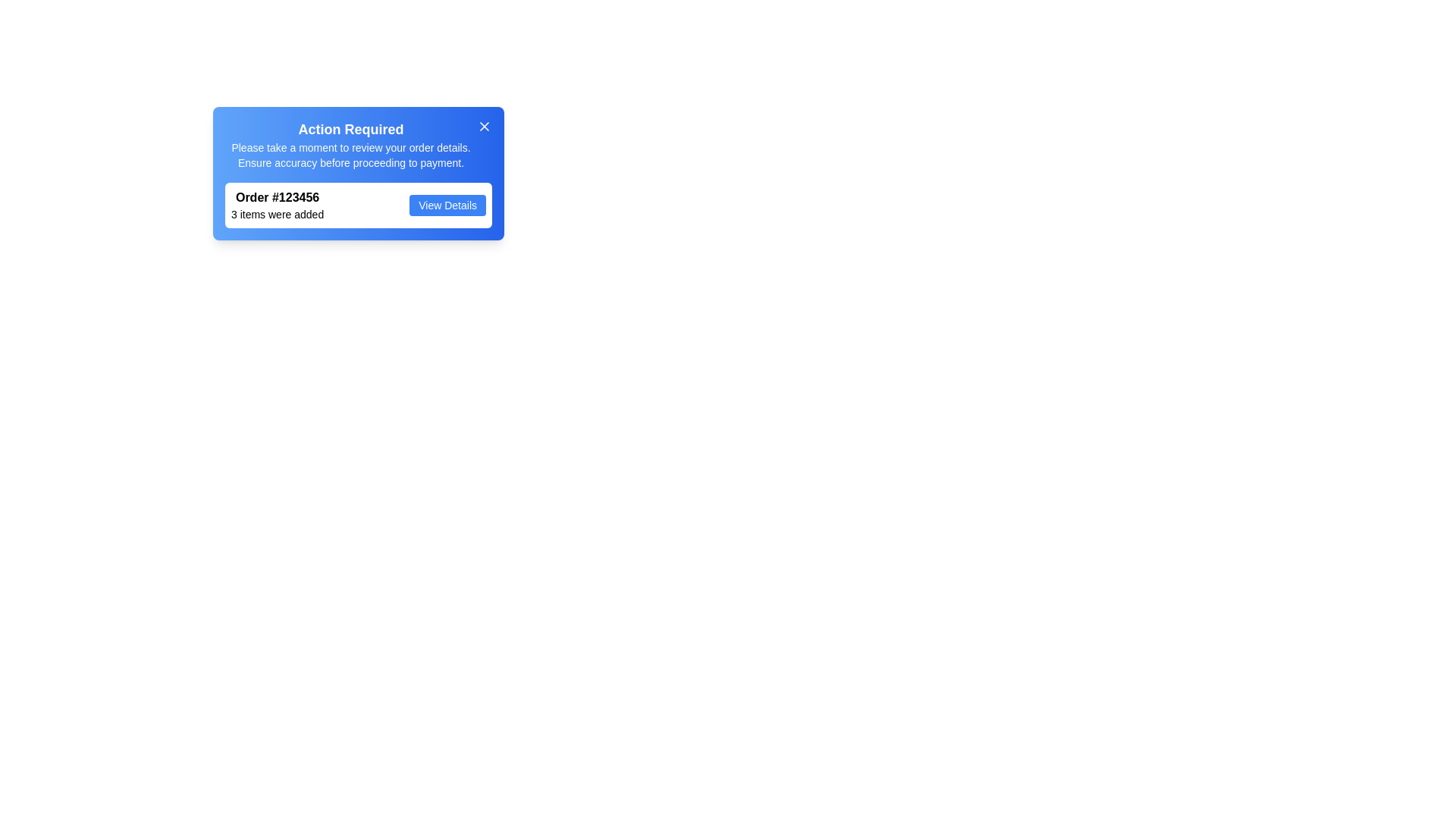  Describe the element at coordinates (278, 205) in the screenshot. I see `information displayed in the Text Block containing 'Order #123456' and '3 items were added', which is located towards the upper center of the interface, part of a notification card` at that location.